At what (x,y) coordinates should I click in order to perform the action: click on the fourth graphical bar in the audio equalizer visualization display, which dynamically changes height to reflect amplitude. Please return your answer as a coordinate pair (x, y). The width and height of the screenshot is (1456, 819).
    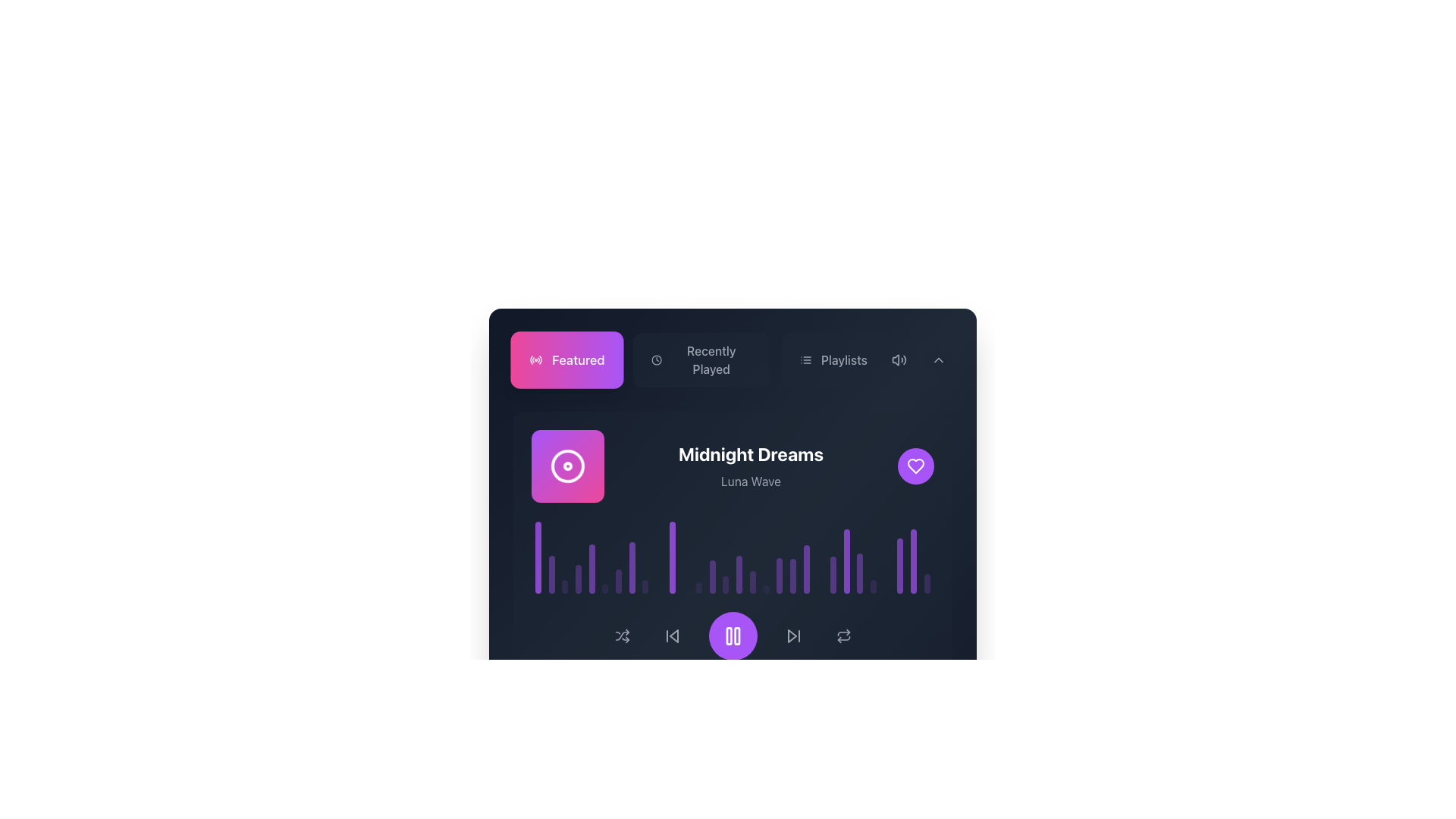
    Looking at the image, I should click on (577, 579).